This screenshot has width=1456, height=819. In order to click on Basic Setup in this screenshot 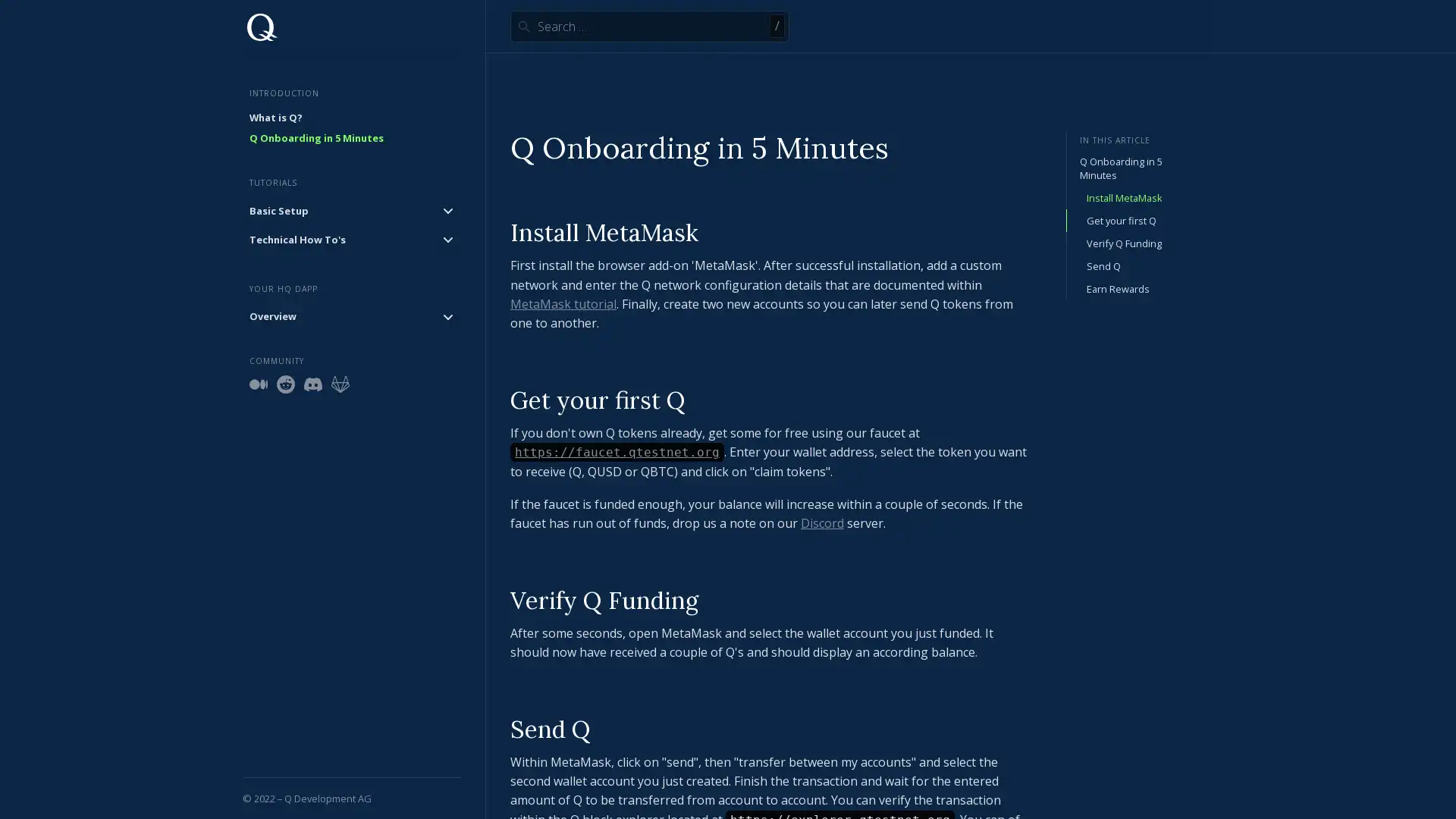, I will do `click(351, 210)`.